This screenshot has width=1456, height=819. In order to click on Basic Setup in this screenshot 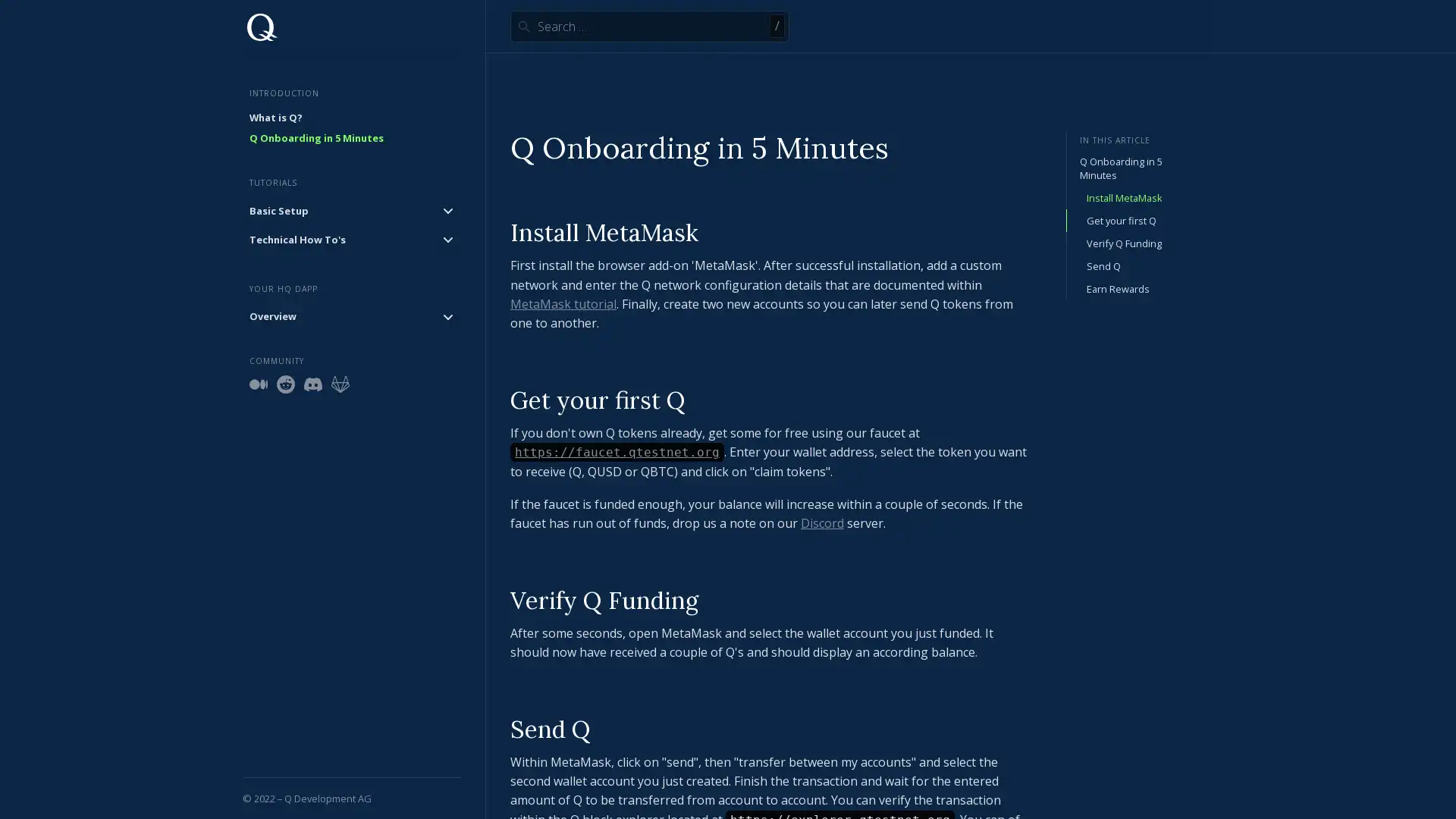, I will do `click(351, 210)`.